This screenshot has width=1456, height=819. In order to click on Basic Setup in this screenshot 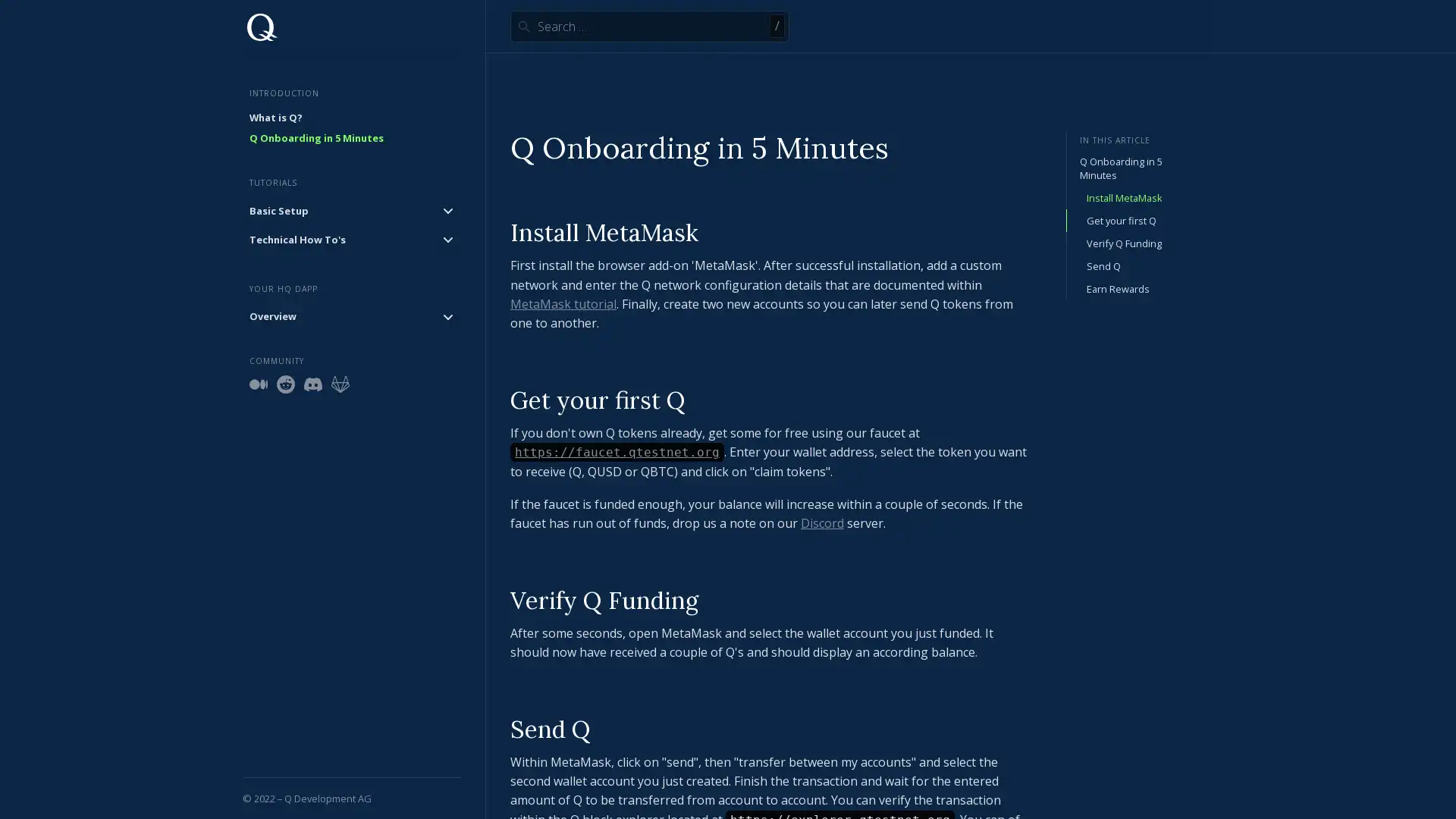, I will do `click(351, 210)`.